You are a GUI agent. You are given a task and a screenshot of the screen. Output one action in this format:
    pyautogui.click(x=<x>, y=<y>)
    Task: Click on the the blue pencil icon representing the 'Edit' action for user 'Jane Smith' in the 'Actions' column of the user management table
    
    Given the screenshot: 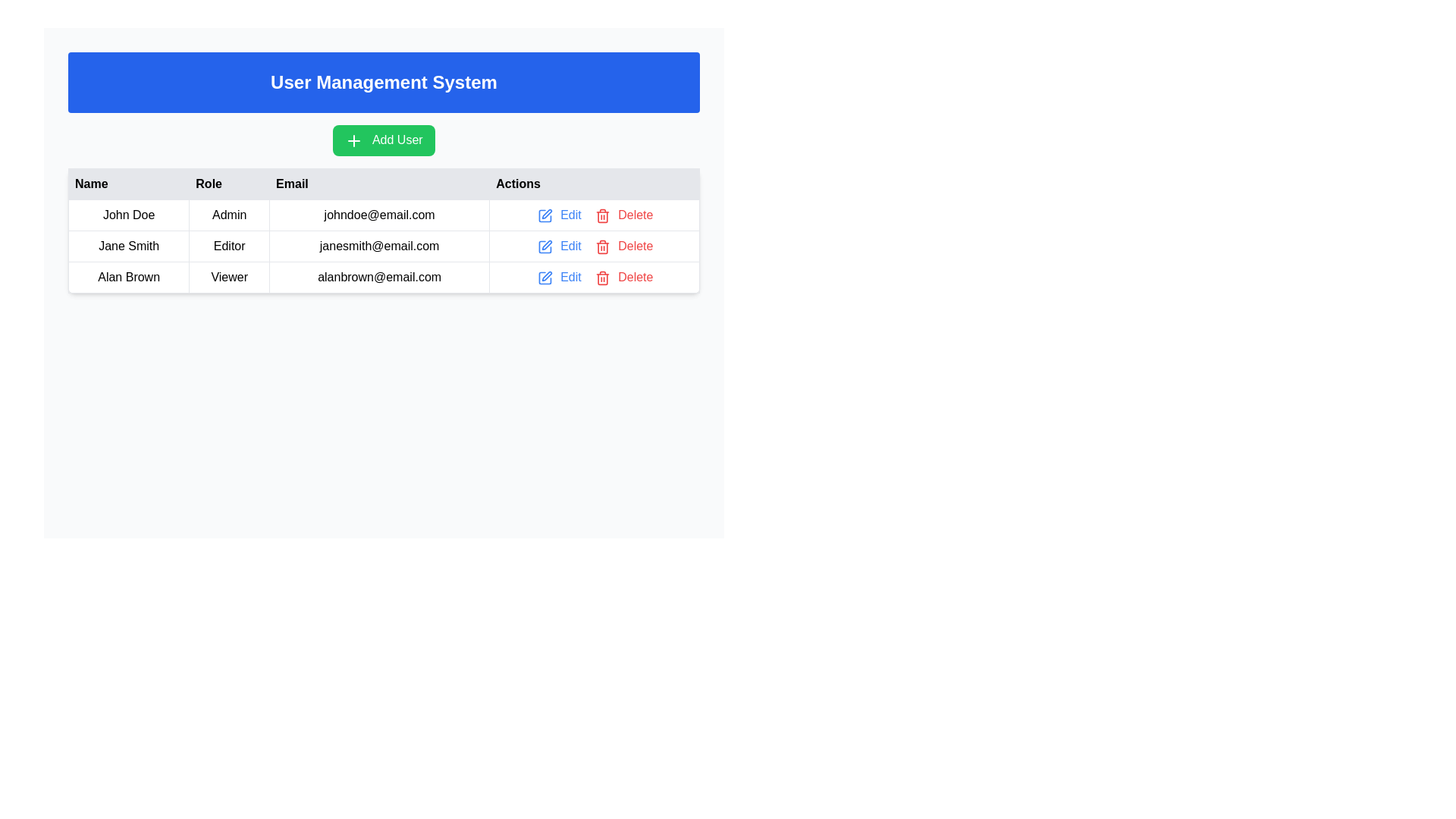 What is the action you would take?
    pyautogui.click(x=544, y=246)
    